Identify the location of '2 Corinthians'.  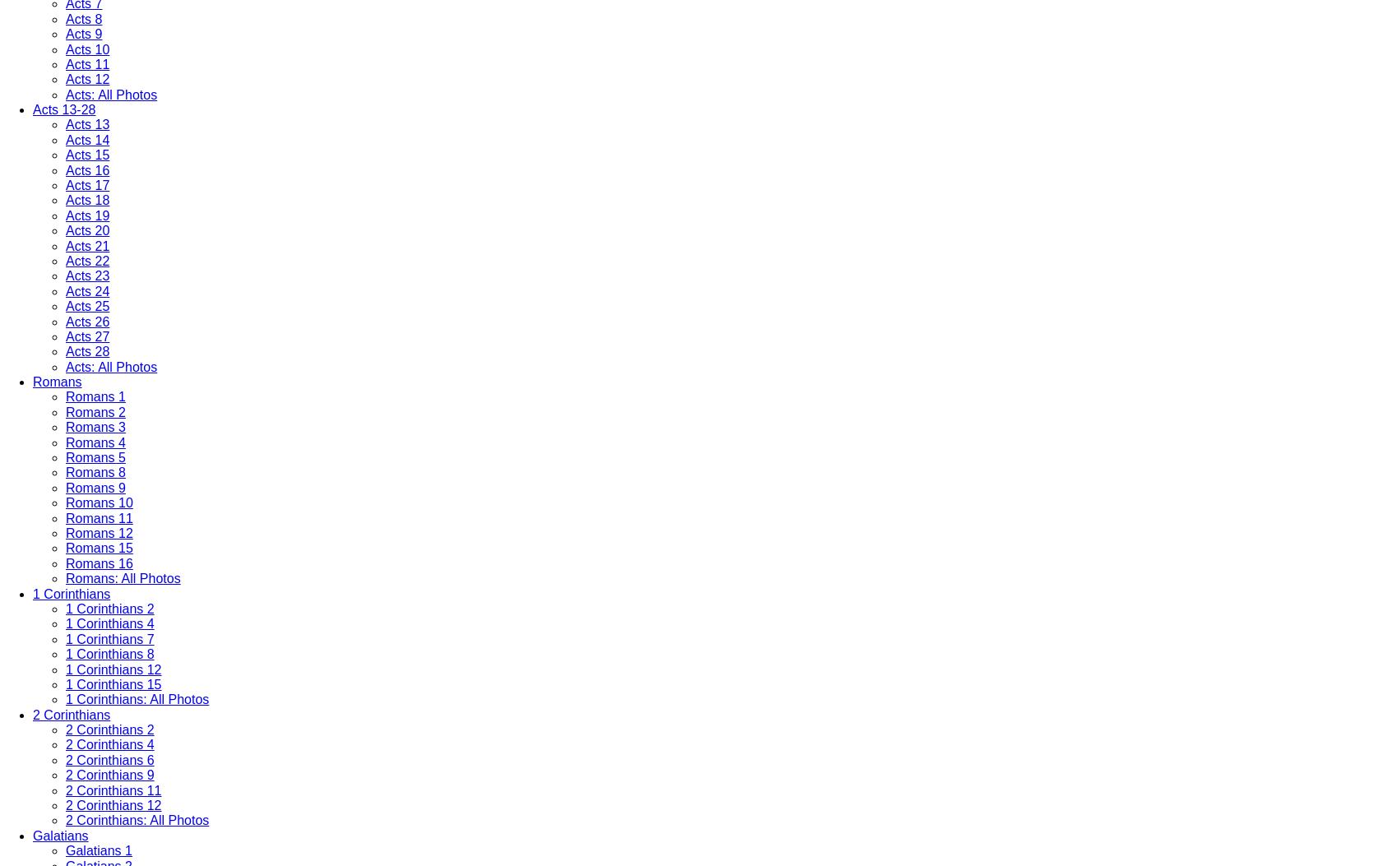
(71, 714).